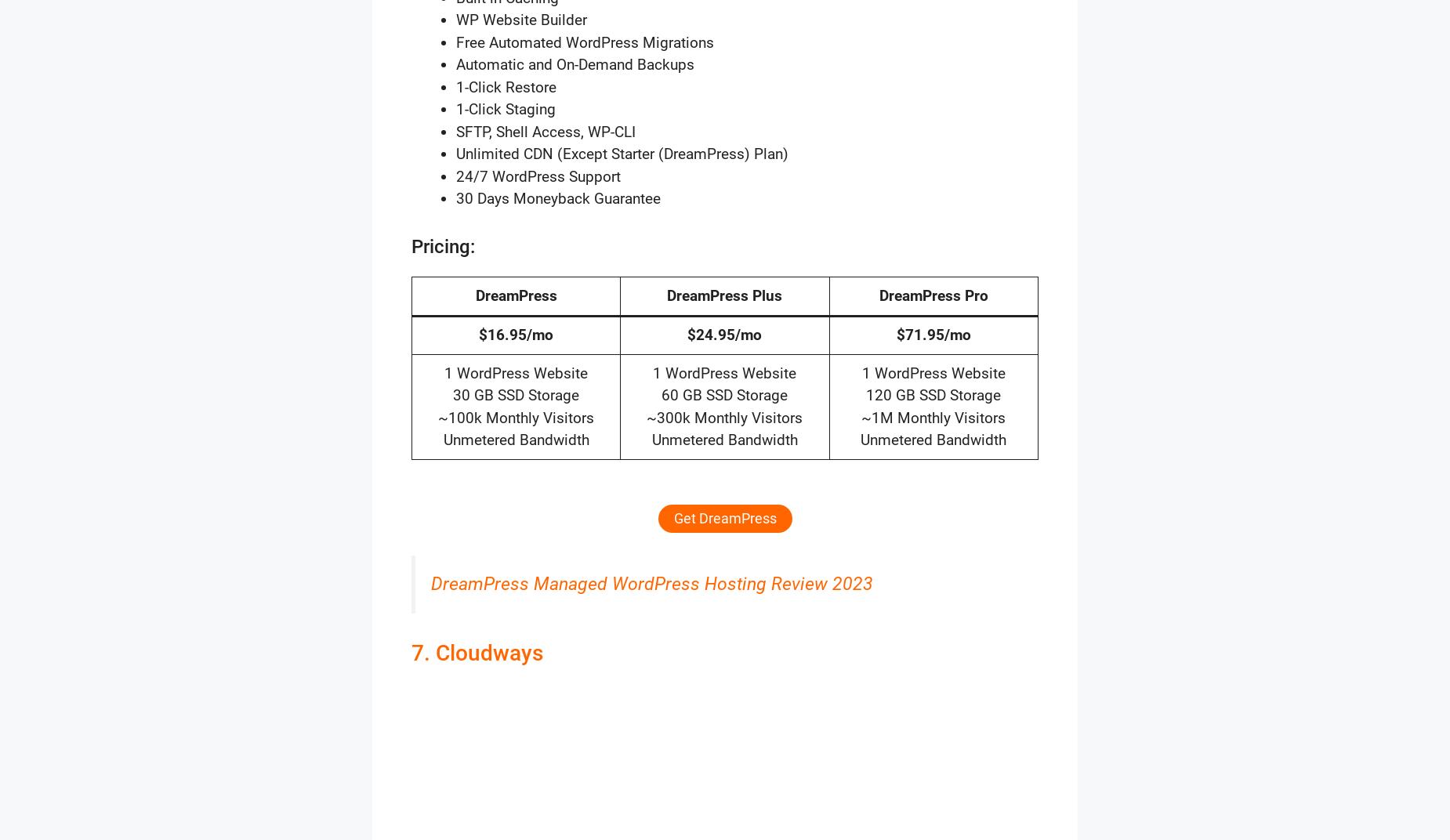 The height and width of the screenshot is (840, 1450). Describe the element at coordinates (724, 295) in the screenshot. I see `'DreamPress Plus'` at that location.